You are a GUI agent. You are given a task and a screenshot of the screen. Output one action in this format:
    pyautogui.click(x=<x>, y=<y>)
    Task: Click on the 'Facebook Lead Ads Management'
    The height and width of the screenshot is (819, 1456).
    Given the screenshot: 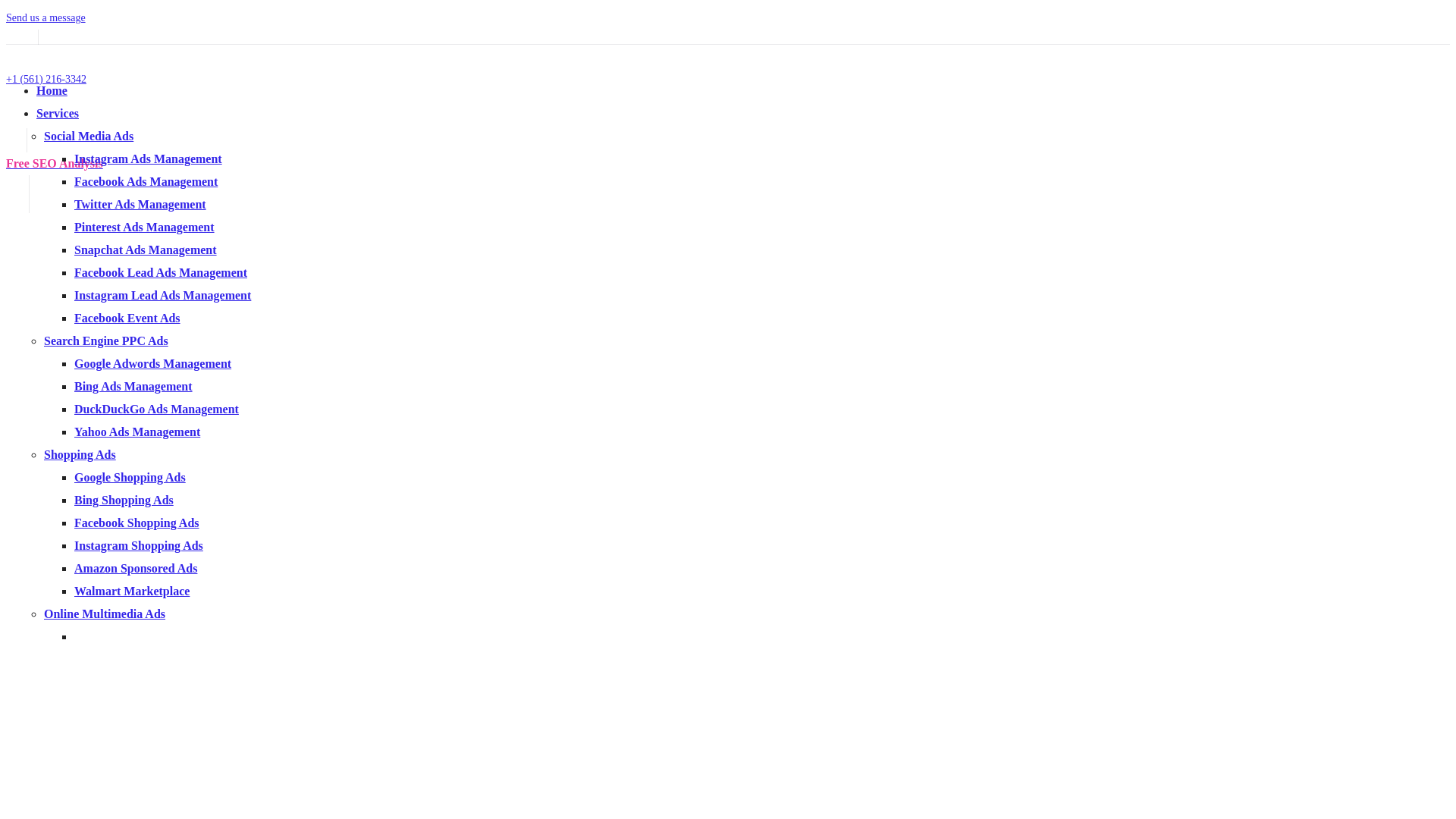 What is the action you would take?
    pyautogui.click(x=160, y=271)
    